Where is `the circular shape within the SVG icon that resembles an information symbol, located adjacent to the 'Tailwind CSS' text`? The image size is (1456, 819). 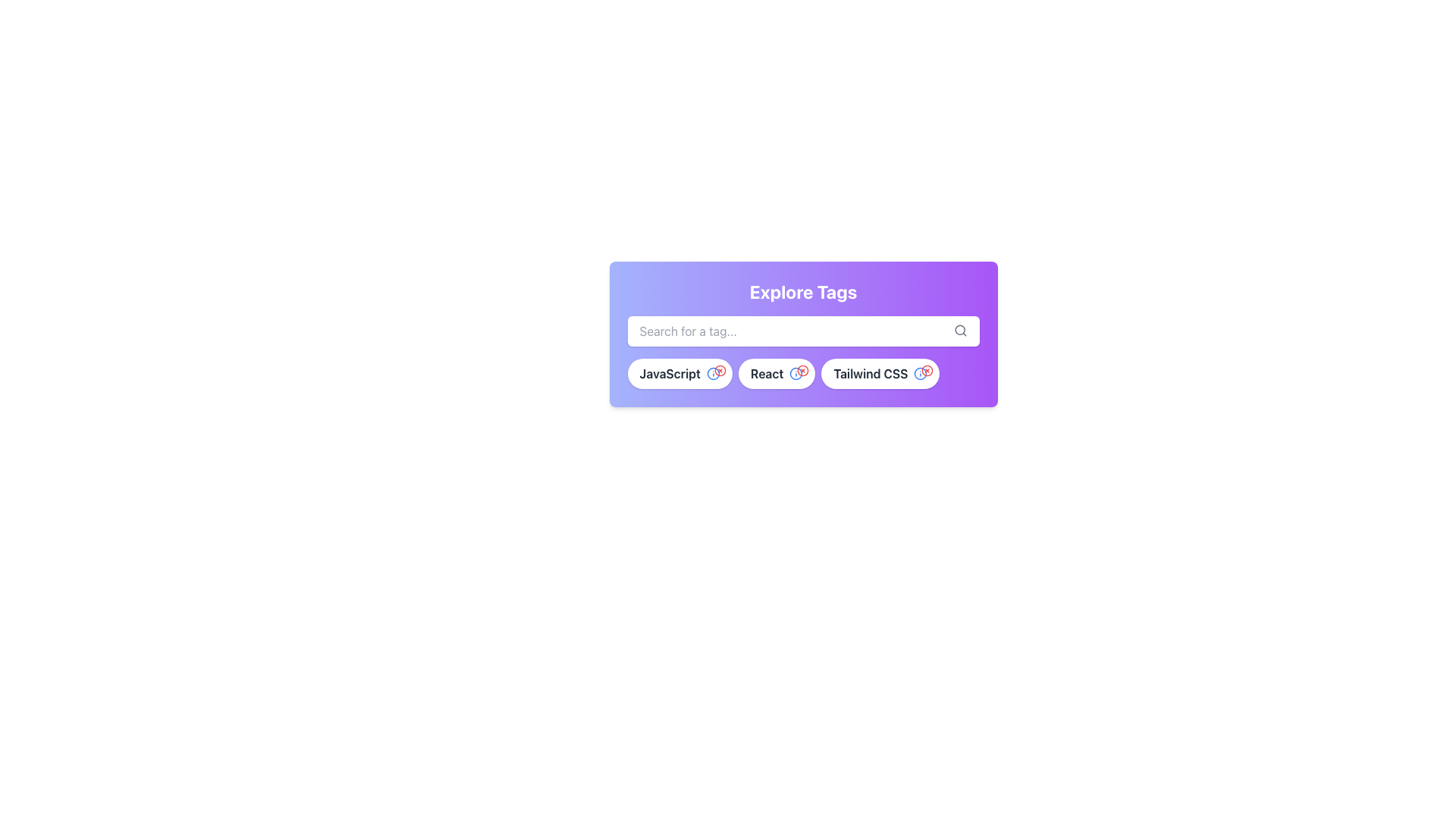 the circular shape within the SVG icon that resembles an information symbol, located adjacent to the 'Tailwind CSS' text is located at coordinates (920, 374).